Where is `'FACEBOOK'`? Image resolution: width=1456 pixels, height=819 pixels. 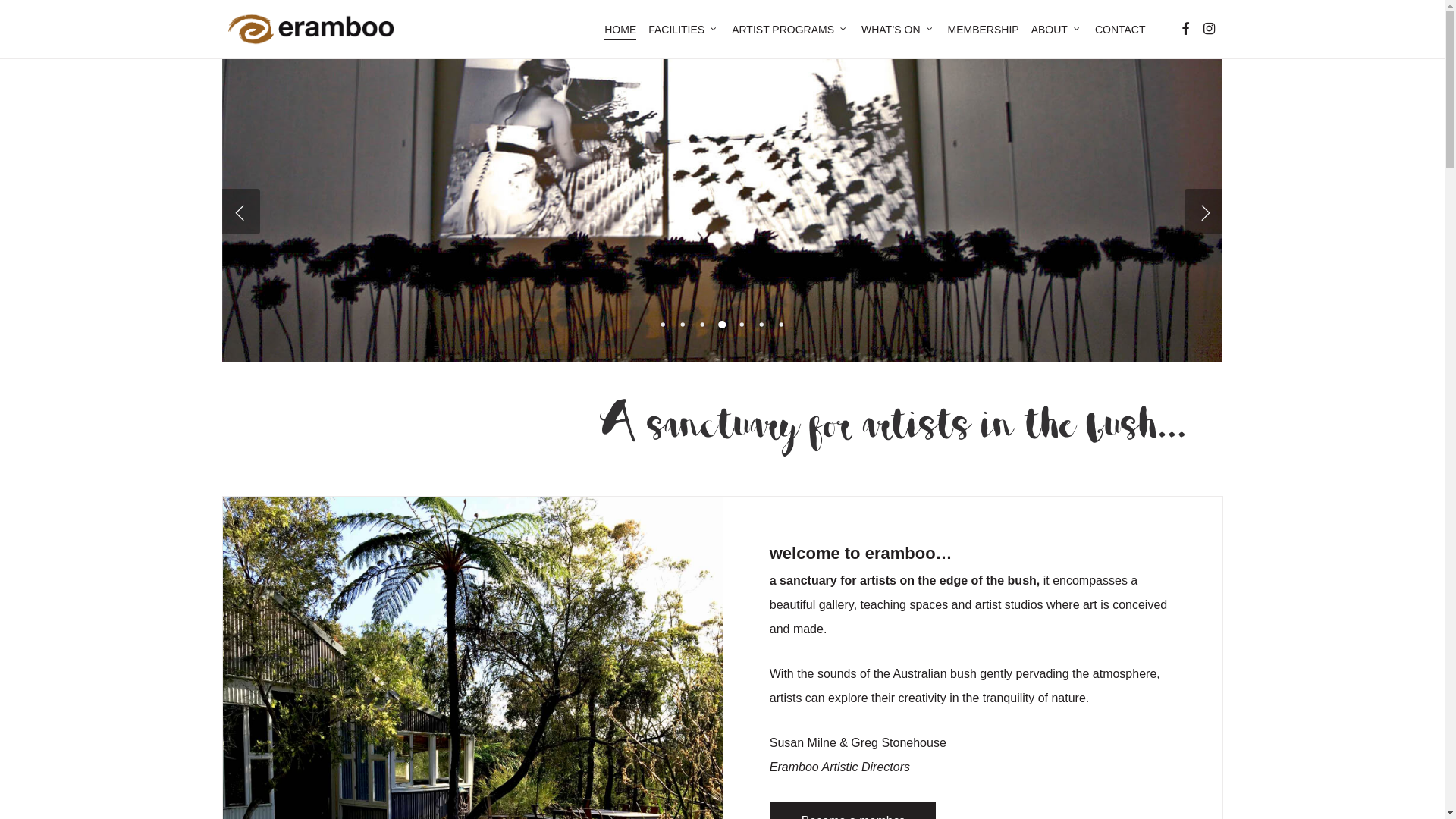 'FACEBOOK' is located at coordinates (1183, 29).